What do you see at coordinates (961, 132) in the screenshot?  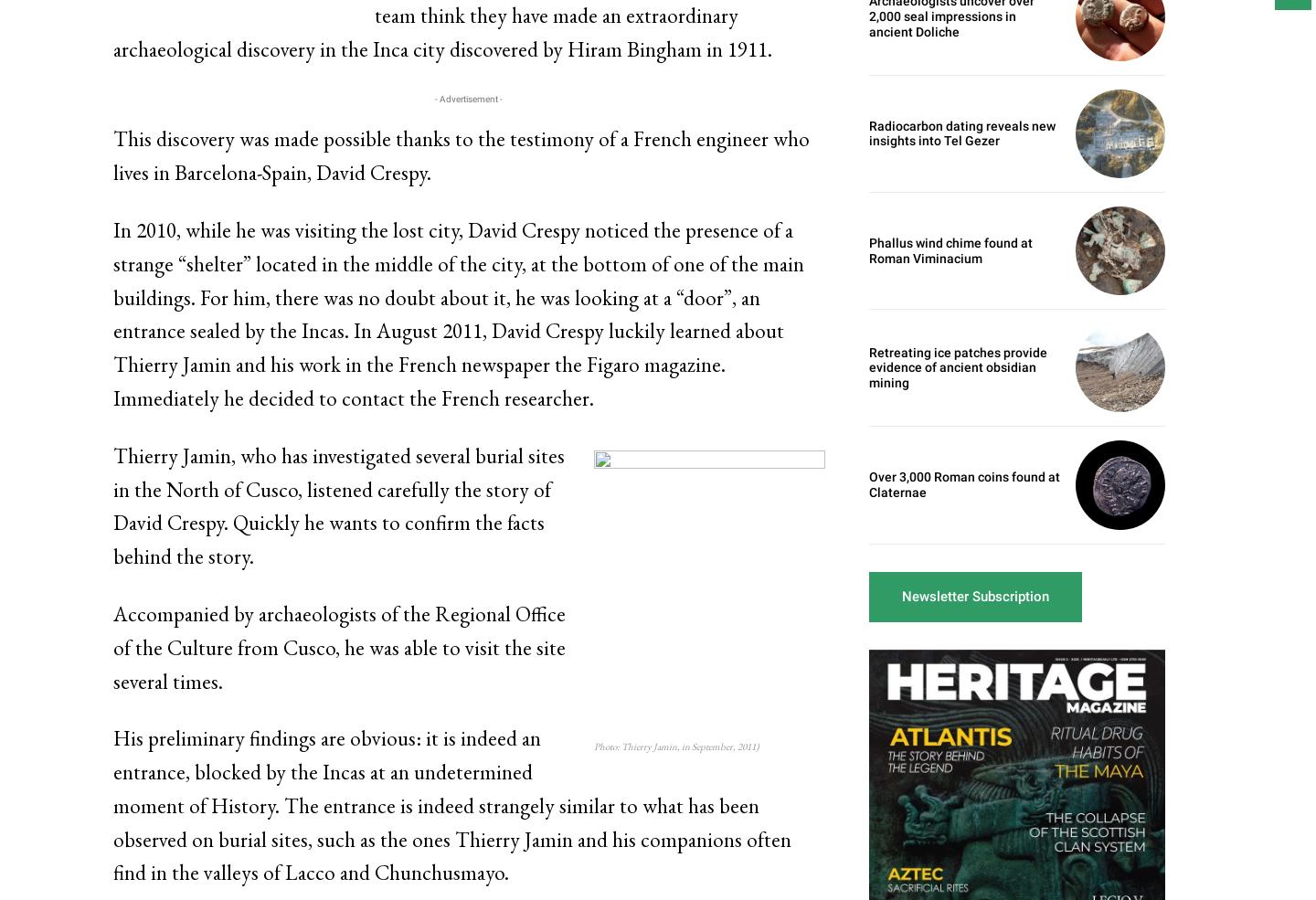 I see `'Radiocarbon dating reveals new insights into Tel Gezer'` at bounding box center [961, 132].